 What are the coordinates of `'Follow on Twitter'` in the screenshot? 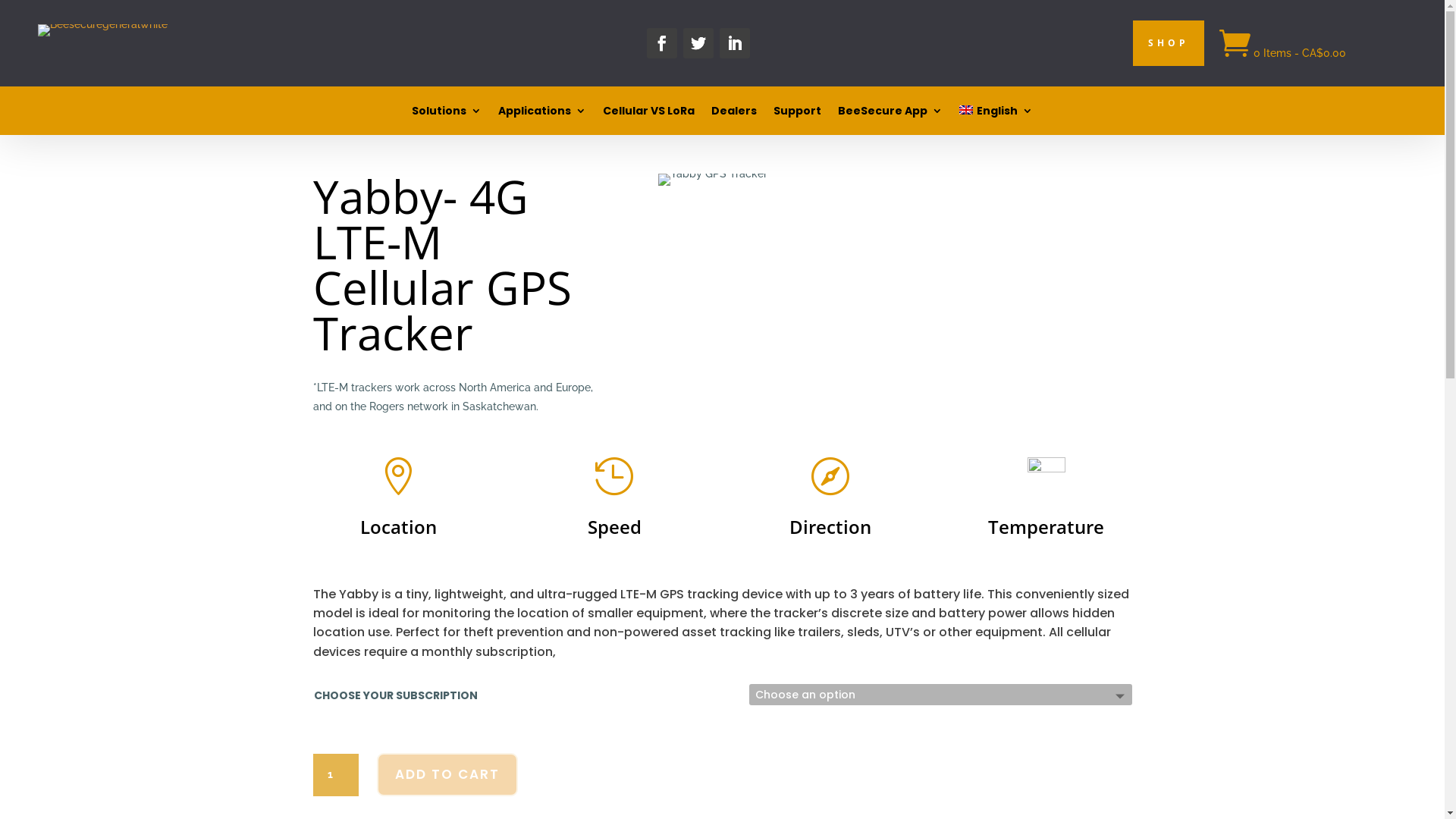 It's located at (697, 42).